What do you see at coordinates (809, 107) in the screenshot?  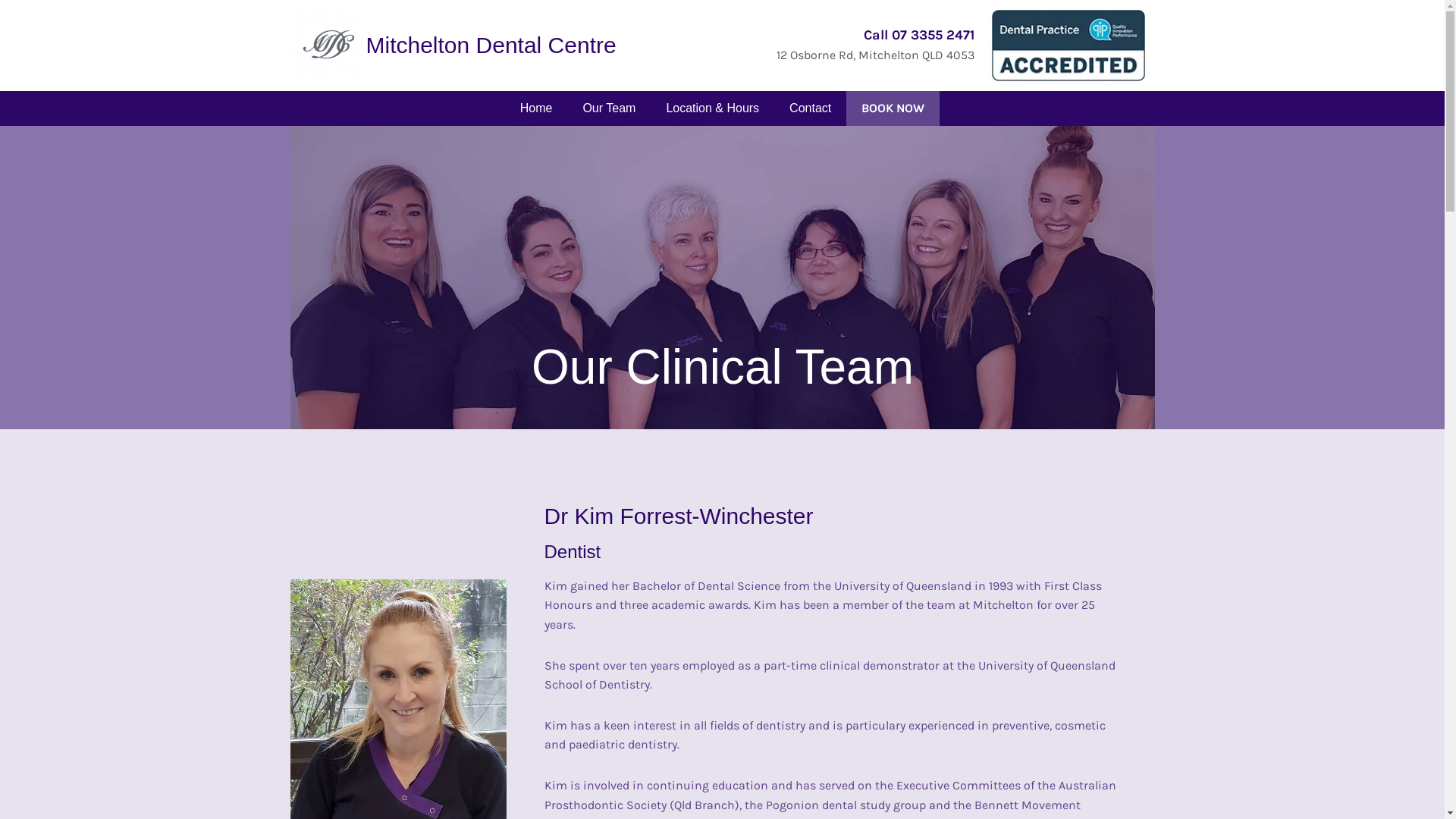 I see `'Contact'` at bounding box center [809, 107].